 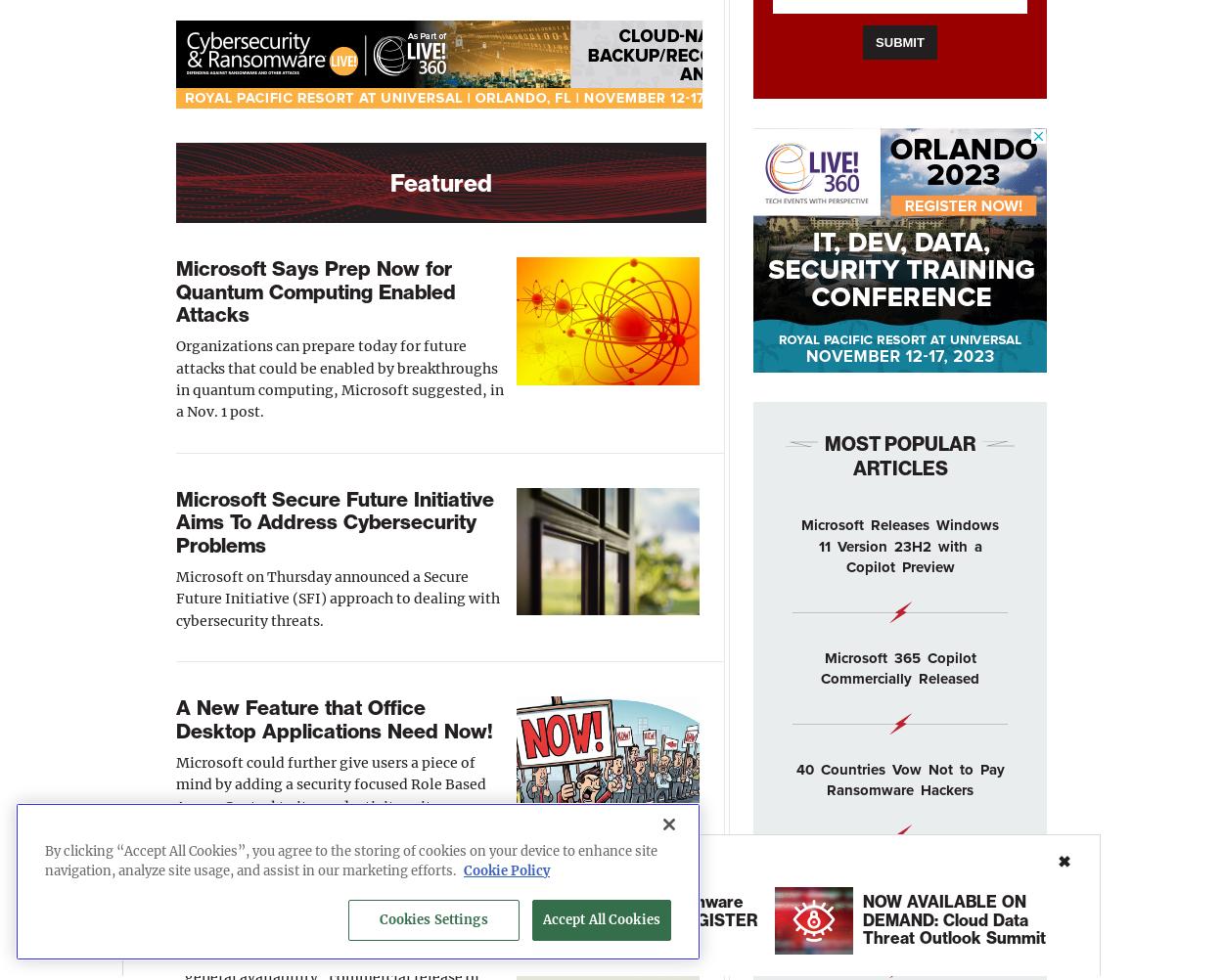 What do you see at coordinates (439, 182) in the screenshot?
I see `'Featured'` at bounding box center [439, 182].